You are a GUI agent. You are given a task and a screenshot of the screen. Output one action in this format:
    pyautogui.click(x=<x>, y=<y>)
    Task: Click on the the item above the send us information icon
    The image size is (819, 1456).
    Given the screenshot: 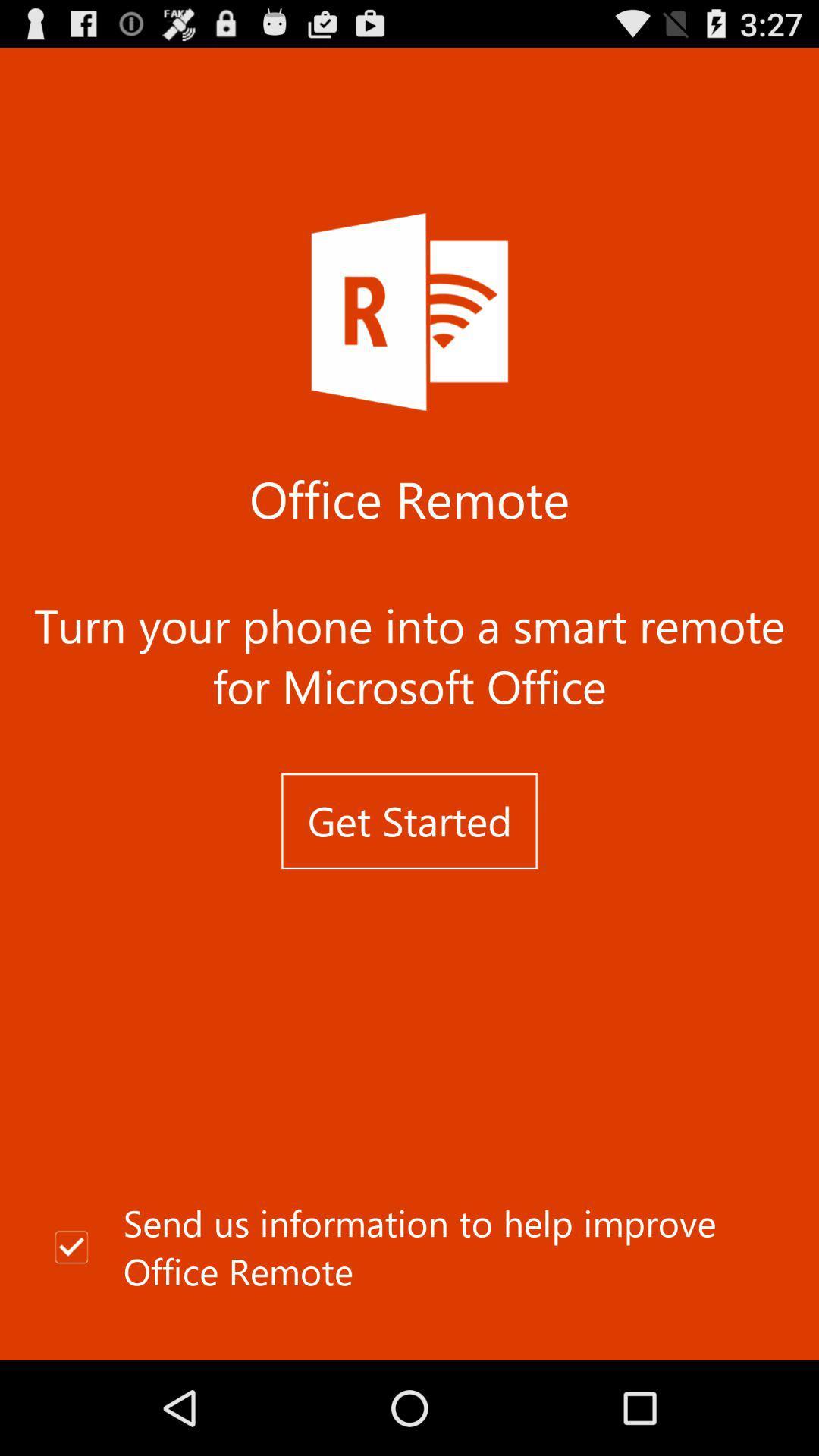 What is the action you would take?
    pyautogui.click(x=409, y=821)
    